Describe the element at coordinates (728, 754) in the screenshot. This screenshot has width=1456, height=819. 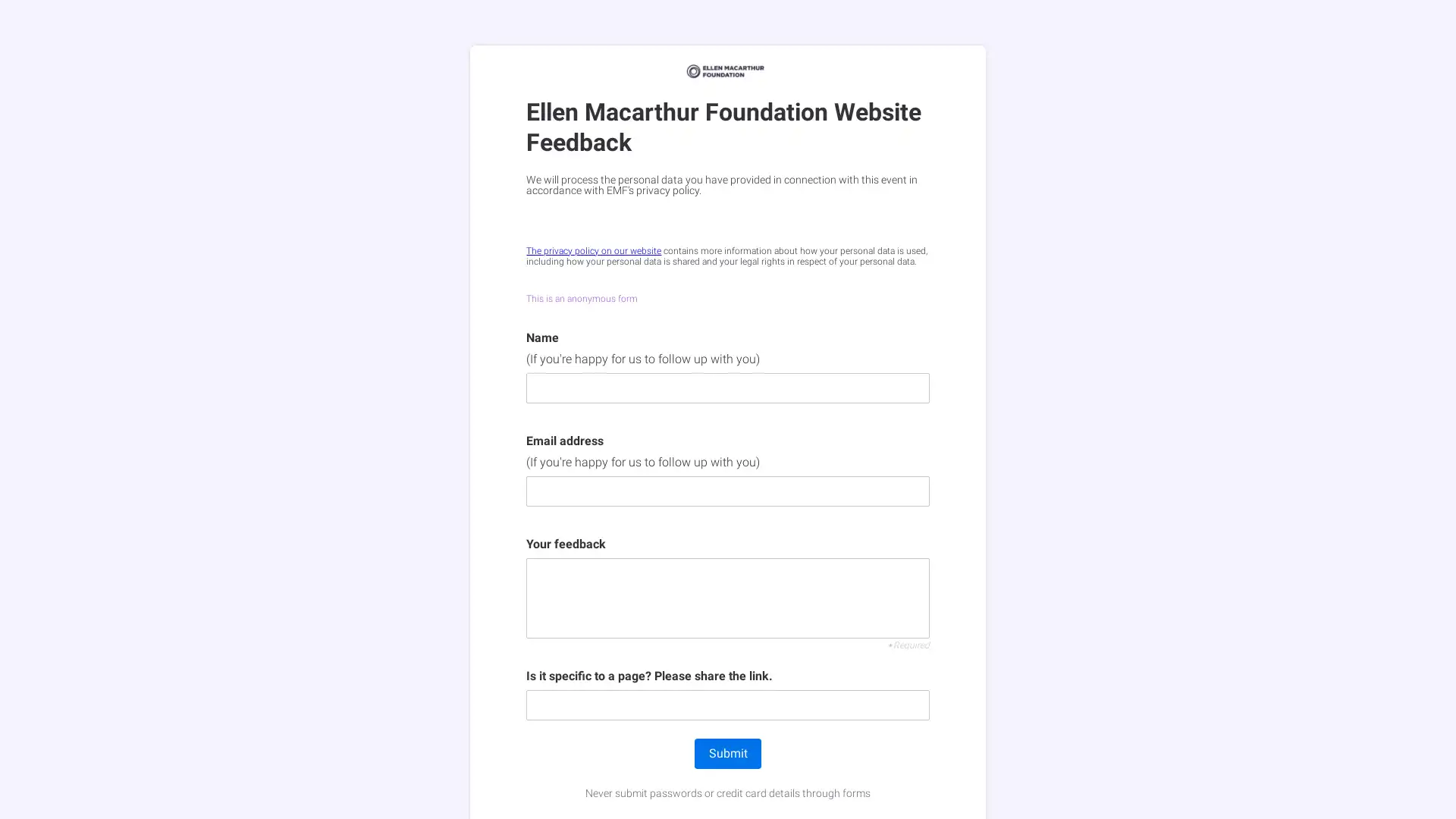
I see `Submit` at that location.